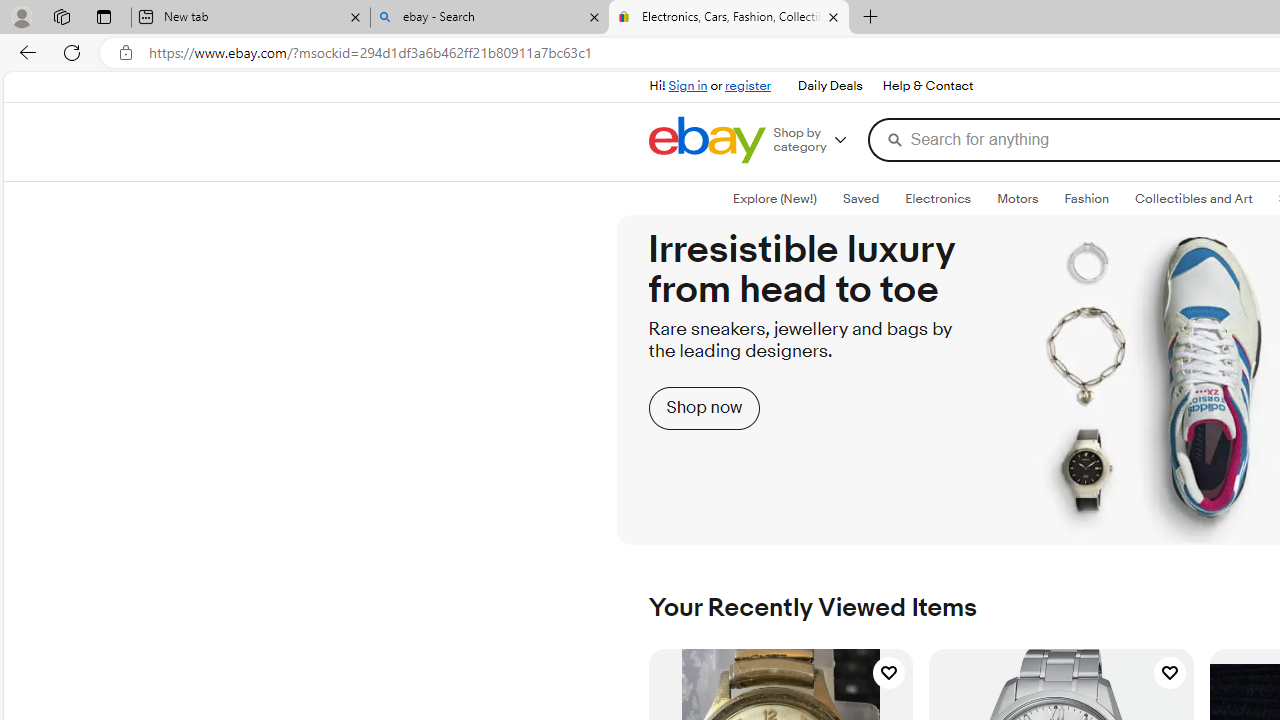 This screenshot has width=1280, height=720. What do you see at coordinates (706, 139) in the screenshot?
I see `'eBay Home'` at bounding box center [706, 139].